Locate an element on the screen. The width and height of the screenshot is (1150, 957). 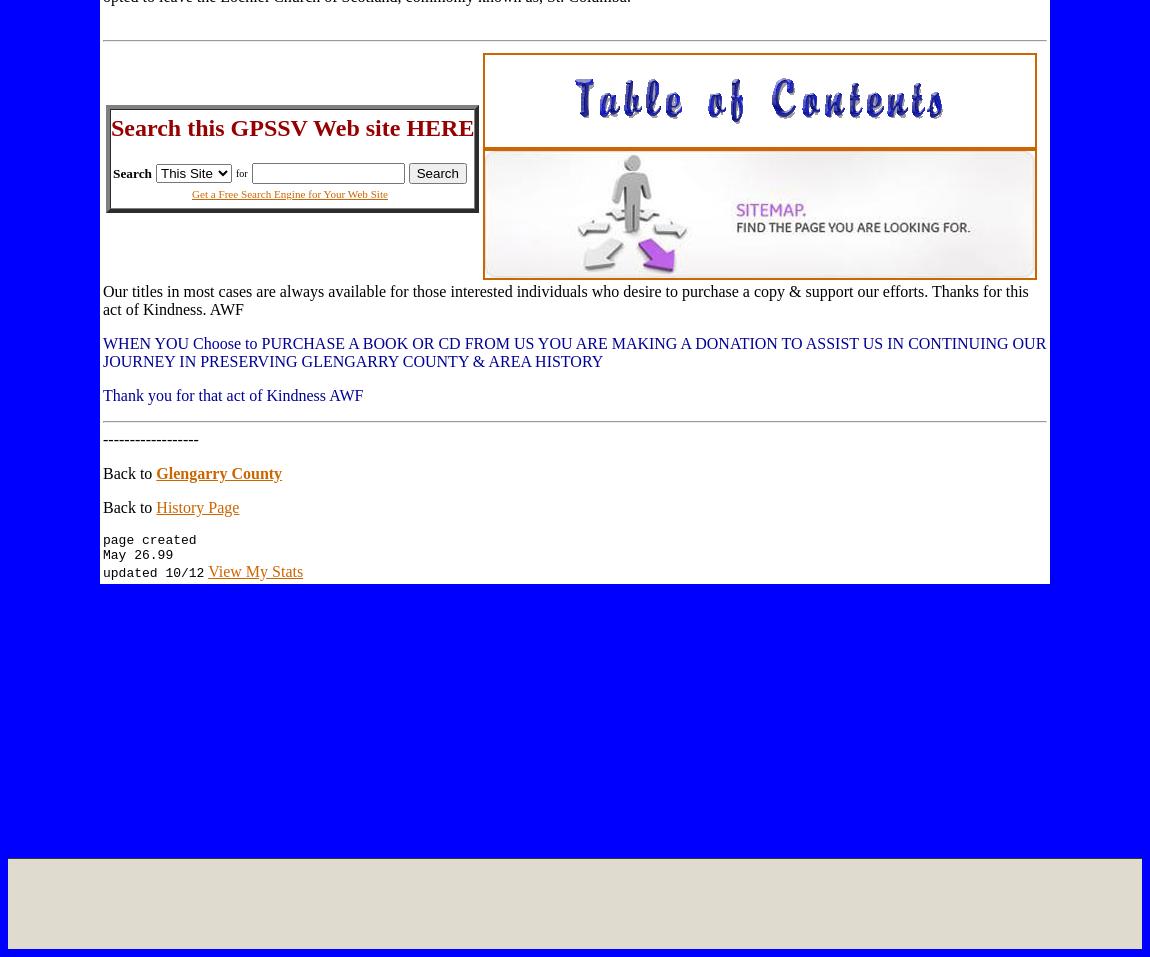
'------------------' is located at coordinates (149, 438).